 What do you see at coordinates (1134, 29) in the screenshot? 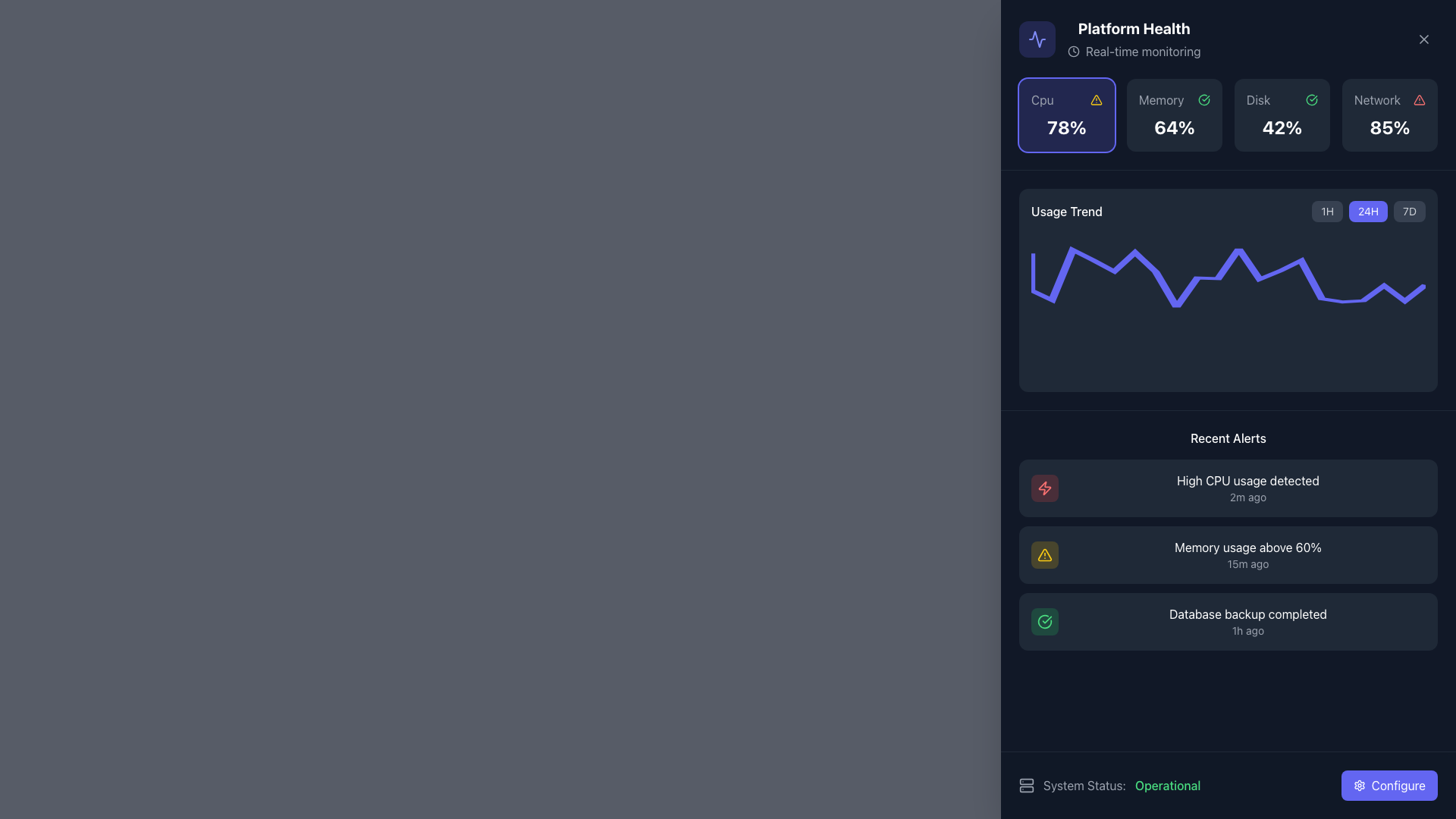
I see `displayed text 'Platform Health' from the bold, extra-large white text label located at the top of the right-hand side panel` at bounding box center [1134, 29].